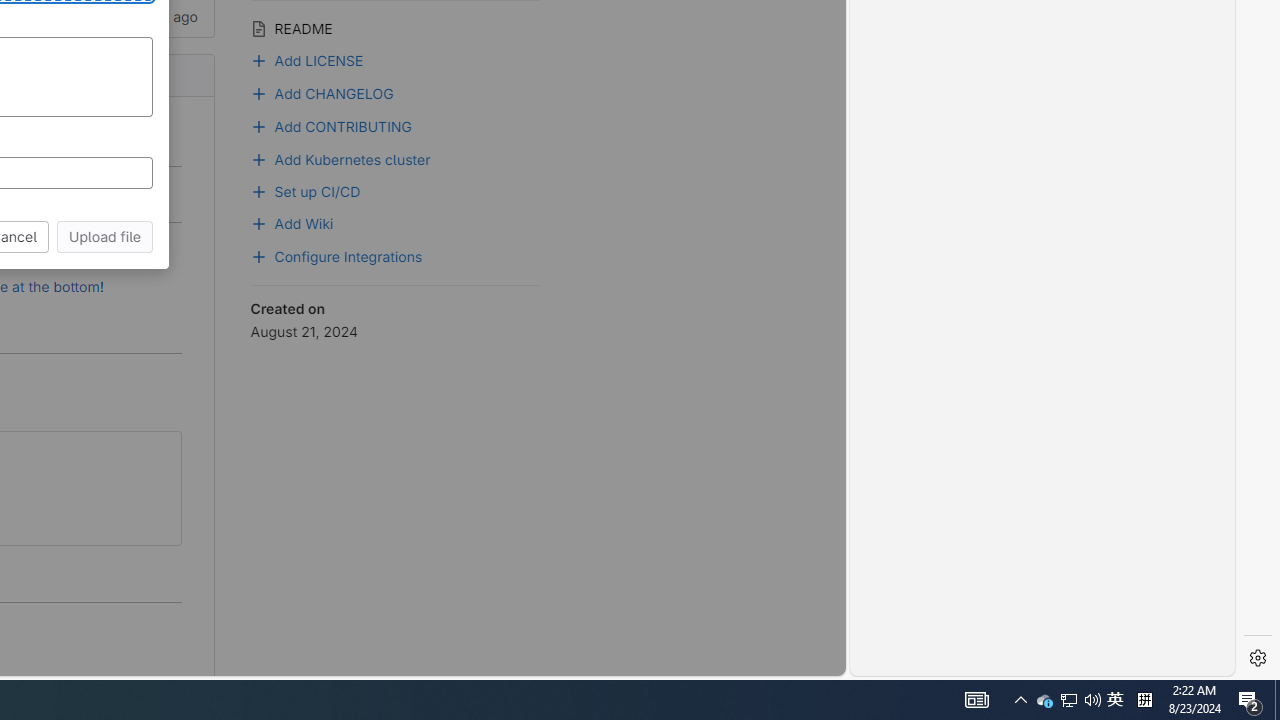 The image size is (1280, 720). What do you see at coordinates (395, 189) in the screenshot?
I see `'Set up CI/CD'` at bounding box center [395, 189].